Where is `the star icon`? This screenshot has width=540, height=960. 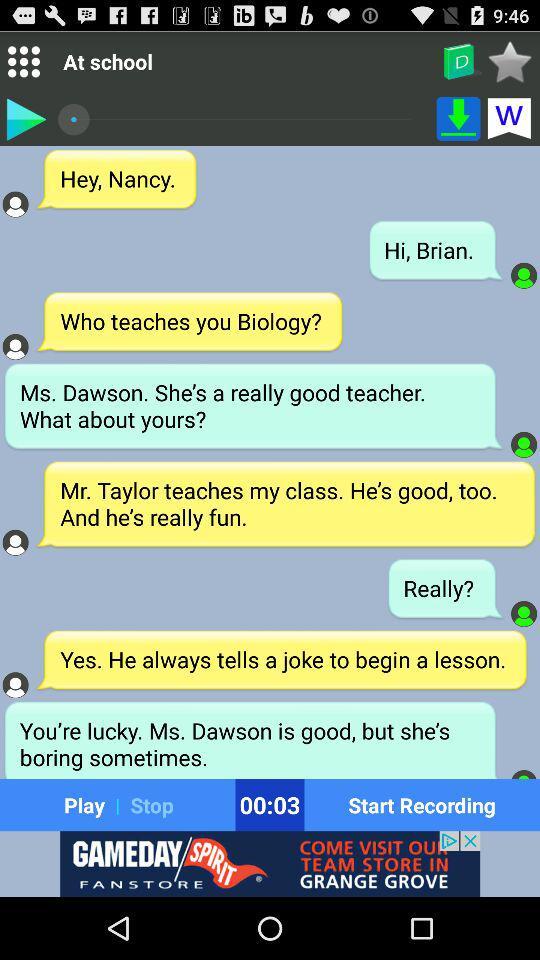
the star icon is located at coordinates (509, 65).